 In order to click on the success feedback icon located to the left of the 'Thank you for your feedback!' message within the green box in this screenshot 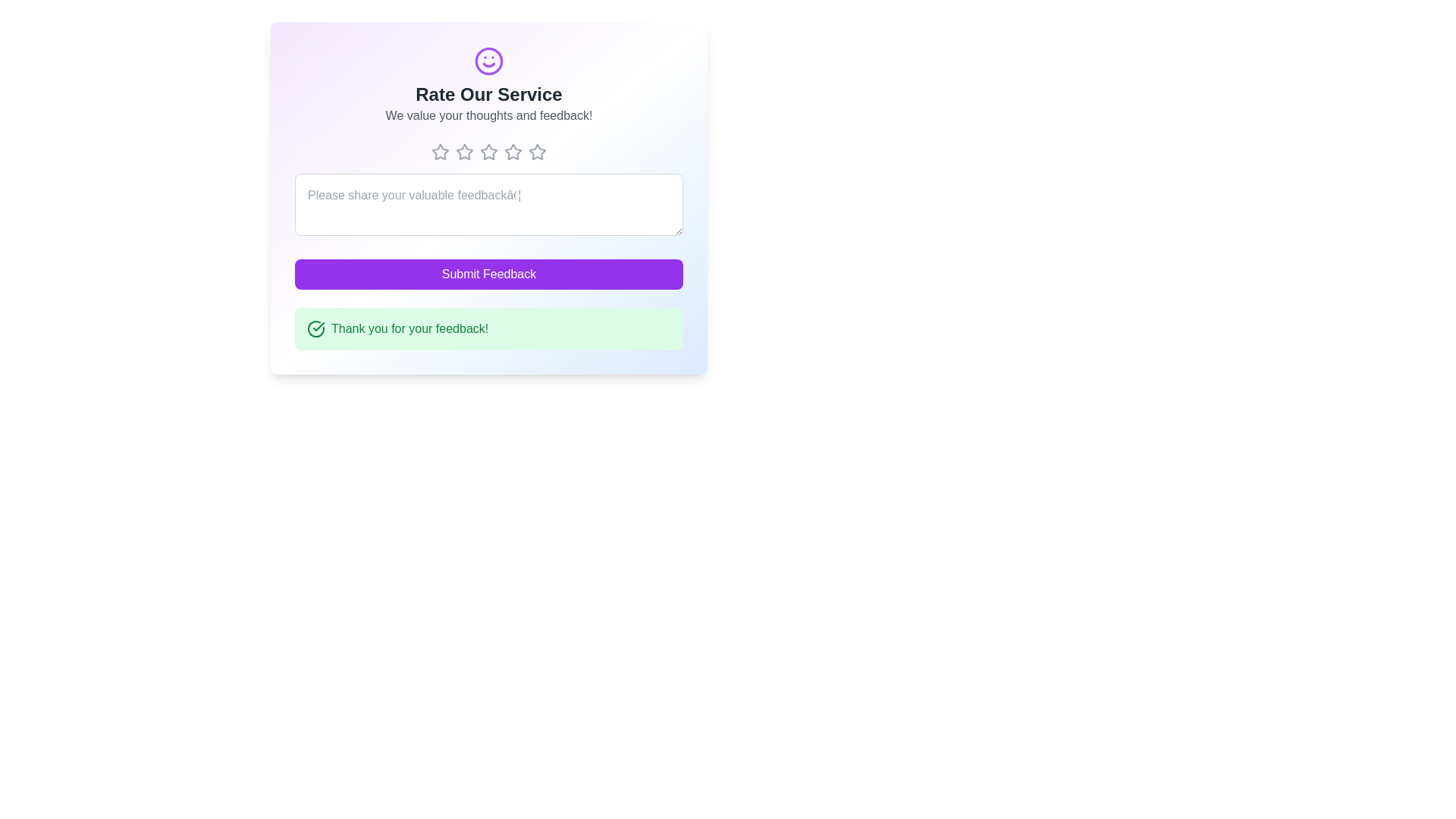, I will do `click(315, 328)`.